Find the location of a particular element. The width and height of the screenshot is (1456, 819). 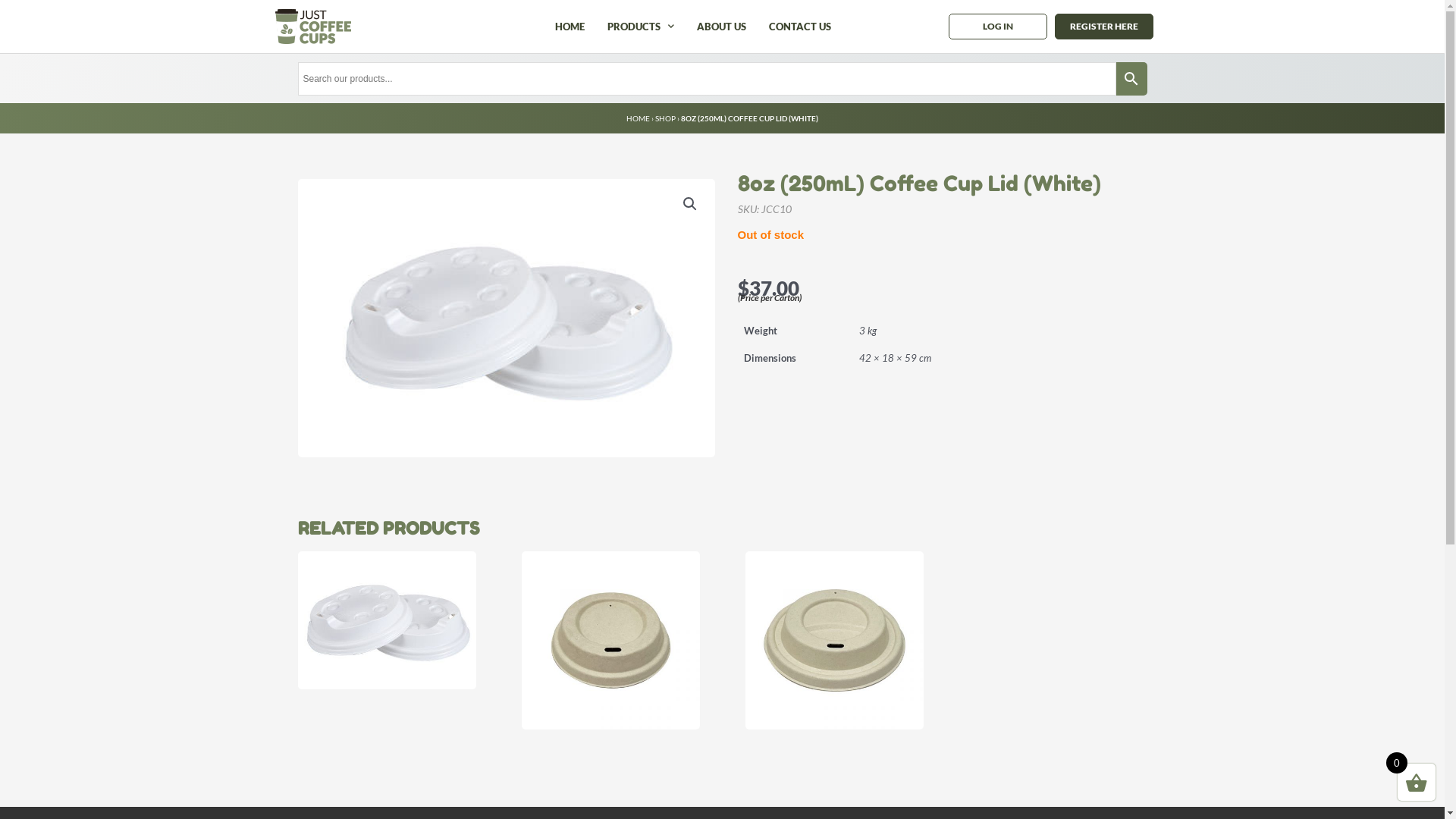

'PRODUCTS' is located at coordinates (640, 26).